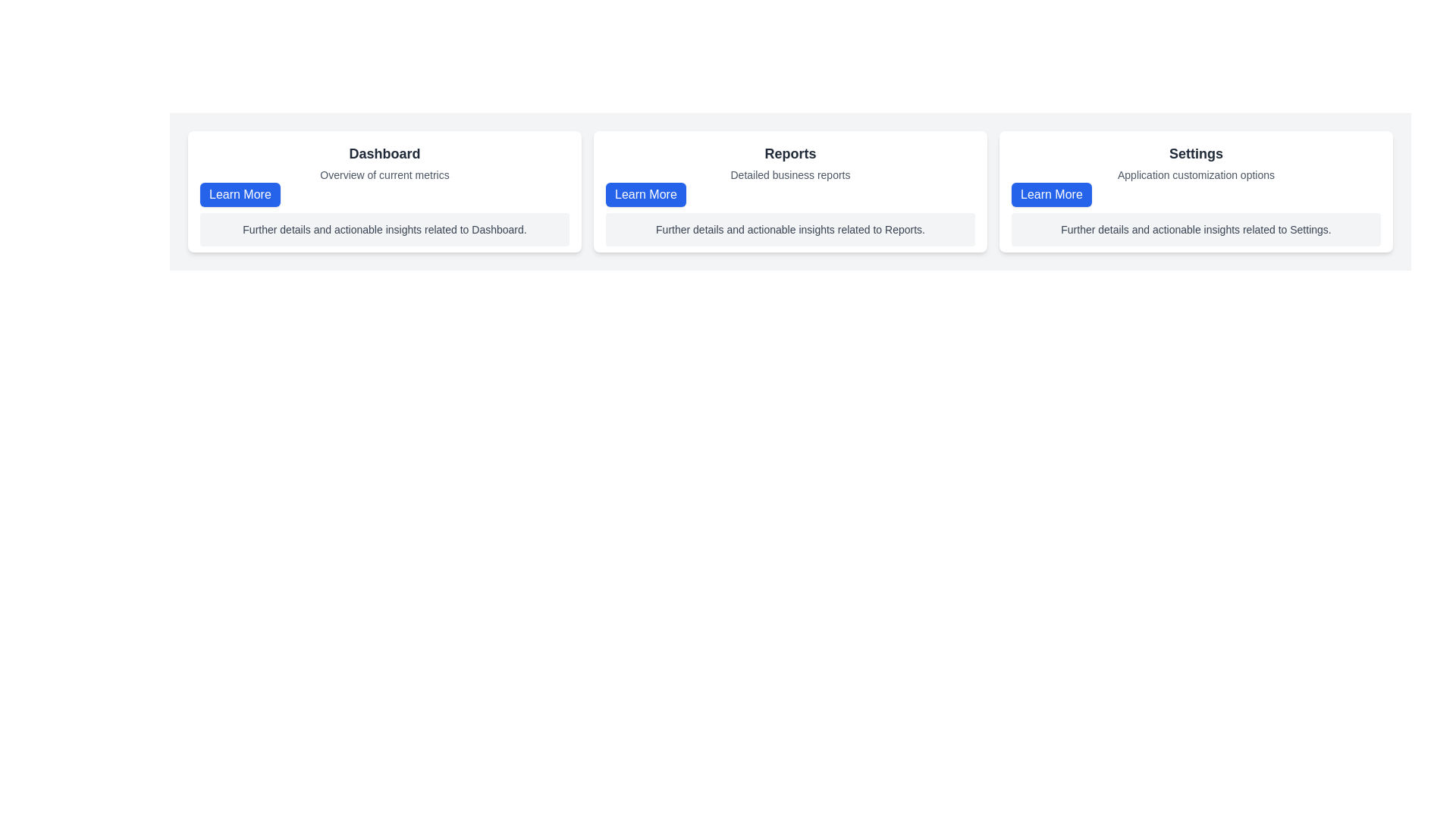 This screenshot has height=819, width=1456. I want to click on the 'Learn More' button with a blue background and white text, located at the bottom-left section of the 'Settings' card, which is the third in a horizontal sequence of three cards, so click(1050, 194).